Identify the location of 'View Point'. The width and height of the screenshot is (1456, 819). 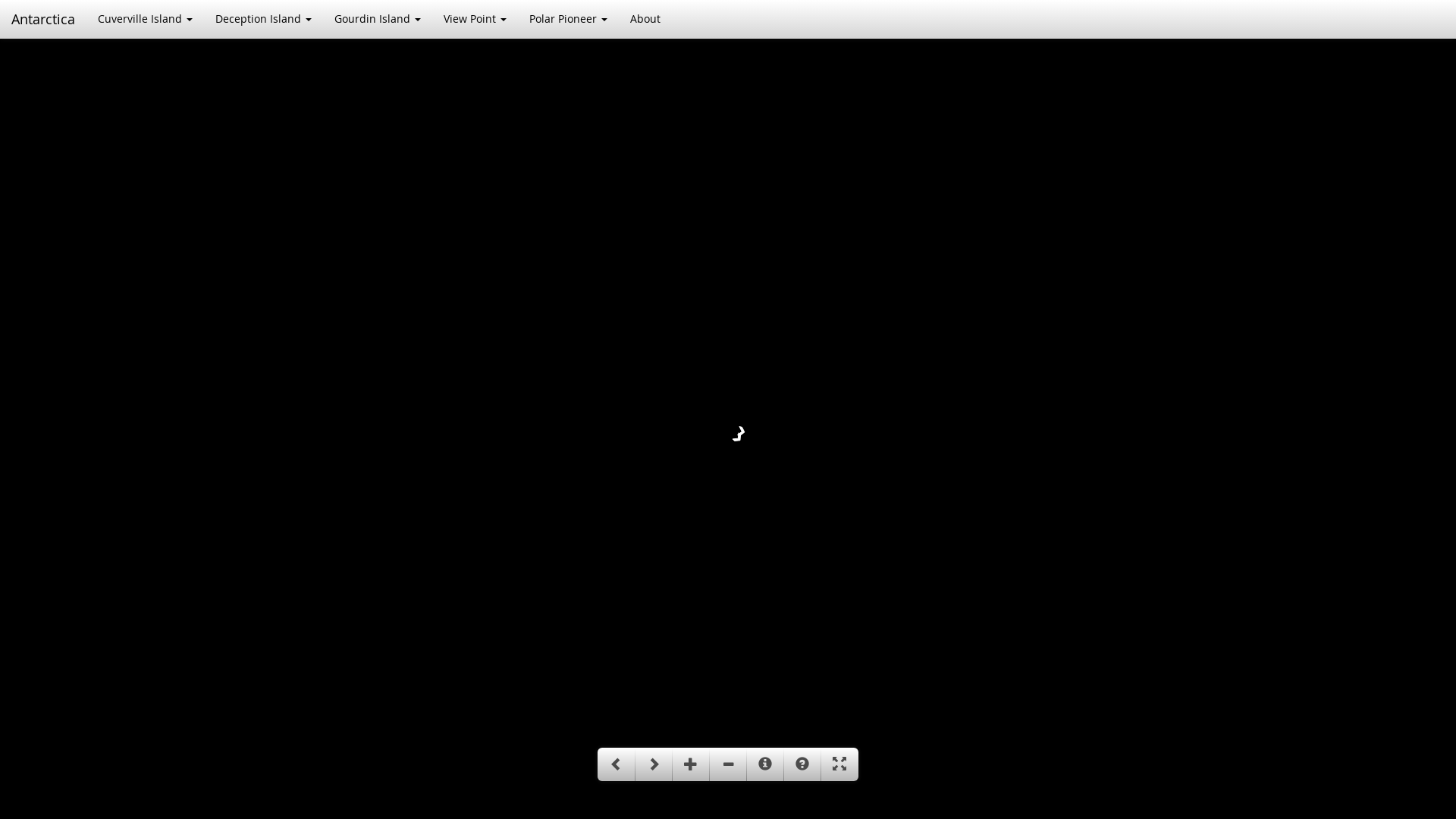
(474, 18).